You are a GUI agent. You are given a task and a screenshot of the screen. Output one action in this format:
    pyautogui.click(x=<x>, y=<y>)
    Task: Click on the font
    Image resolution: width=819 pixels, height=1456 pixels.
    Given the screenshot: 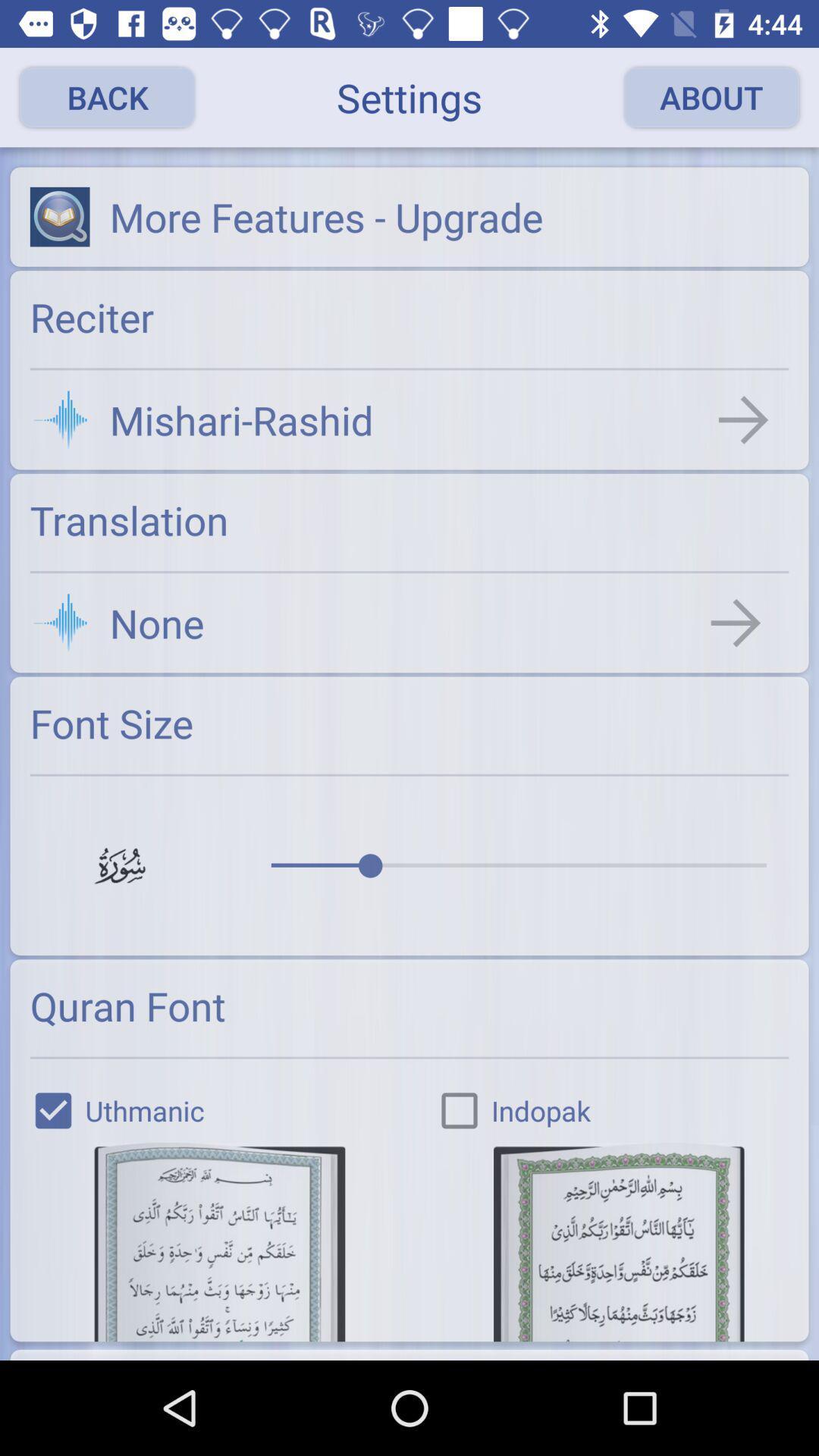 What is the action you would take?
    pyautogui.click(x=219, y=1241)
    